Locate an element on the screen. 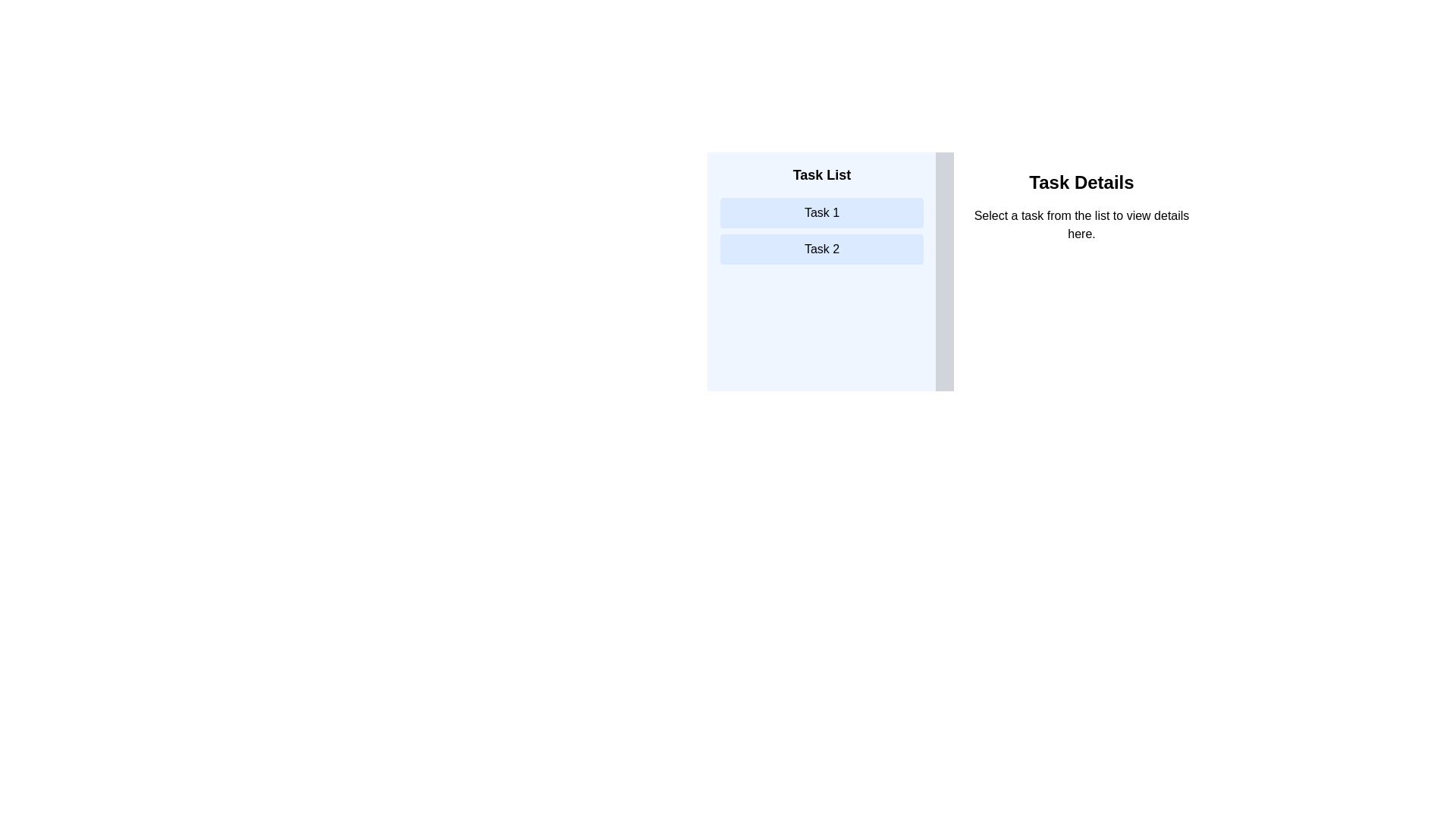 The height and width of the screenshot is (819, 1456). the bold text label displaying 'Task List' at the top center of the panel with a light blue background is located at coordinates (821, 174).